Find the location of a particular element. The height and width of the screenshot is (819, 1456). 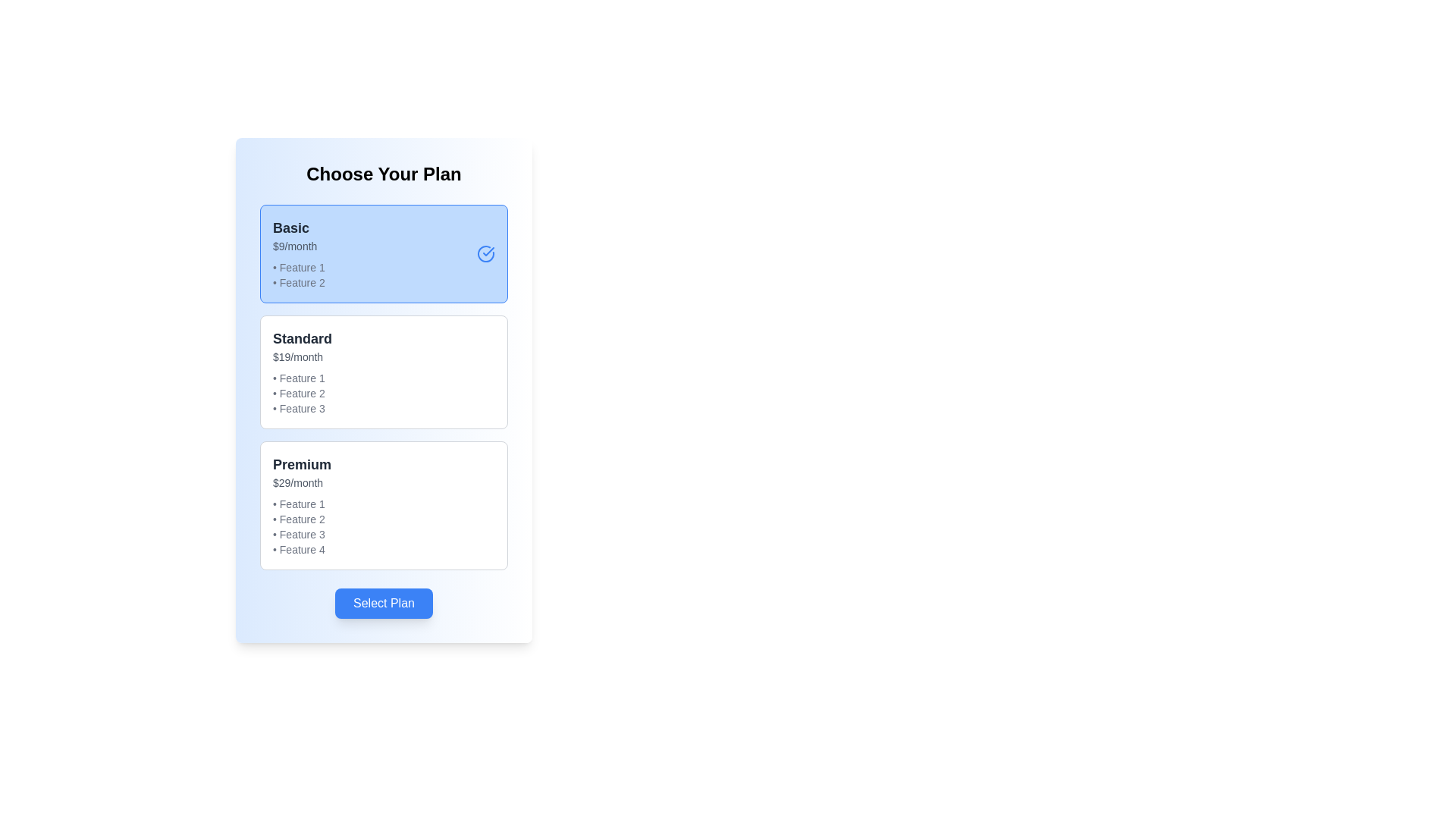

the 'Standard' subscription plan card is located at coordinates (384, 372).